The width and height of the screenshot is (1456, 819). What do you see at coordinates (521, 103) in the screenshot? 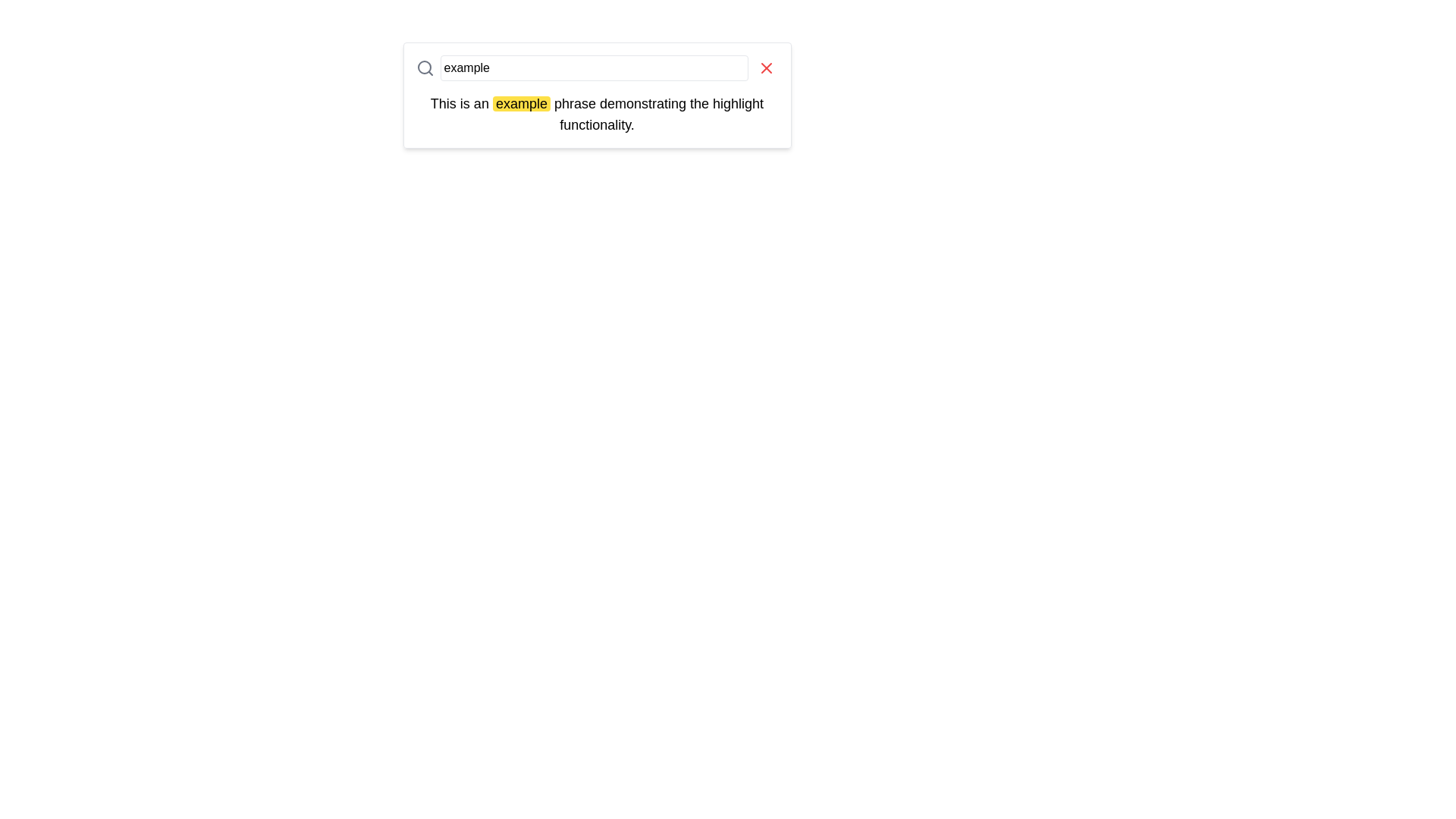
I see `the highlighted text 'example'` at bounding box center [521, 103].